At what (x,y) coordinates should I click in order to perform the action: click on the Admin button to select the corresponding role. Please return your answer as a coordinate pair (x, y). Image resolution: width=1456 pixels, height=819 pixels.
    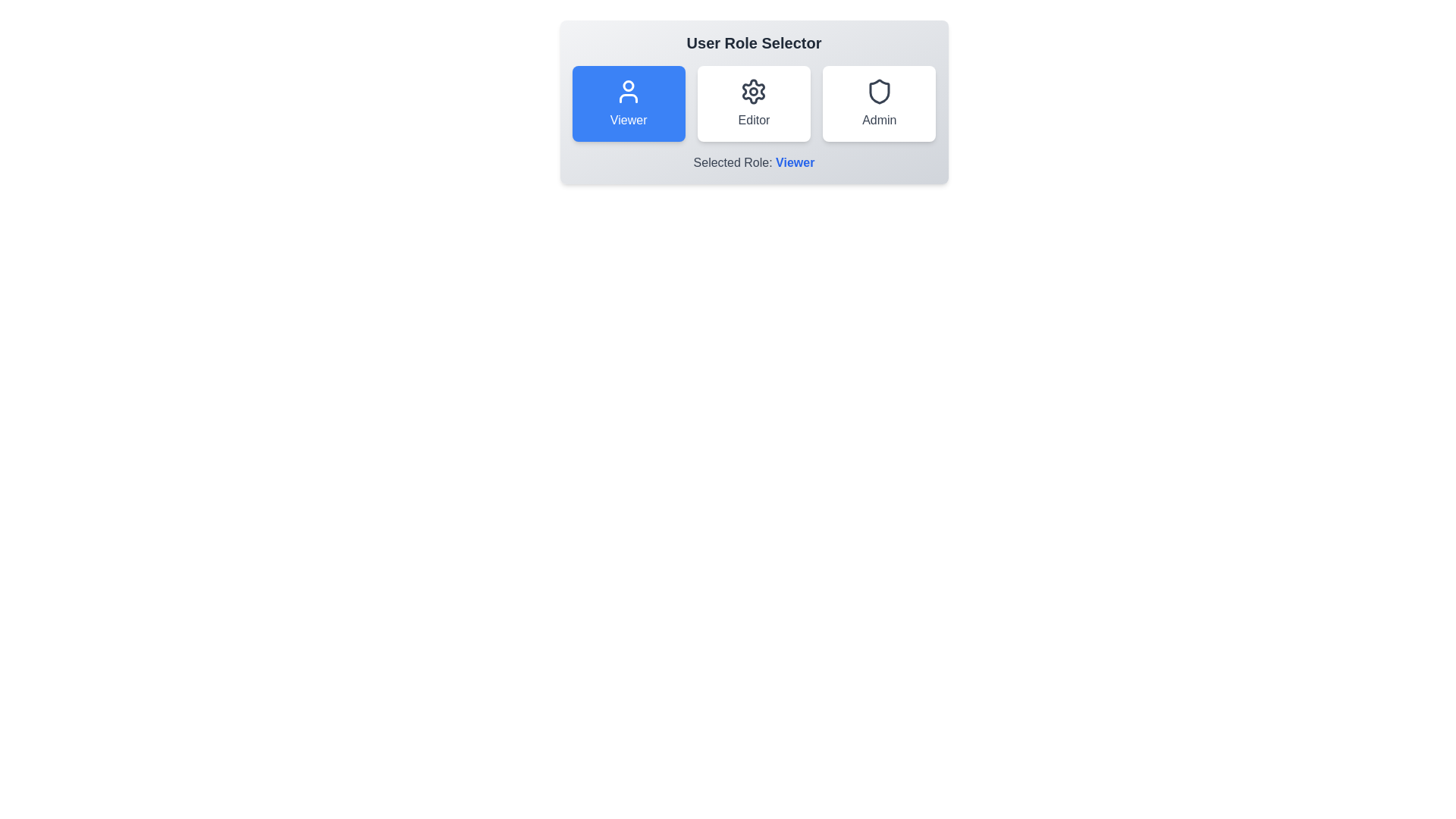
    Looking at the image, I should click on (878, 103).